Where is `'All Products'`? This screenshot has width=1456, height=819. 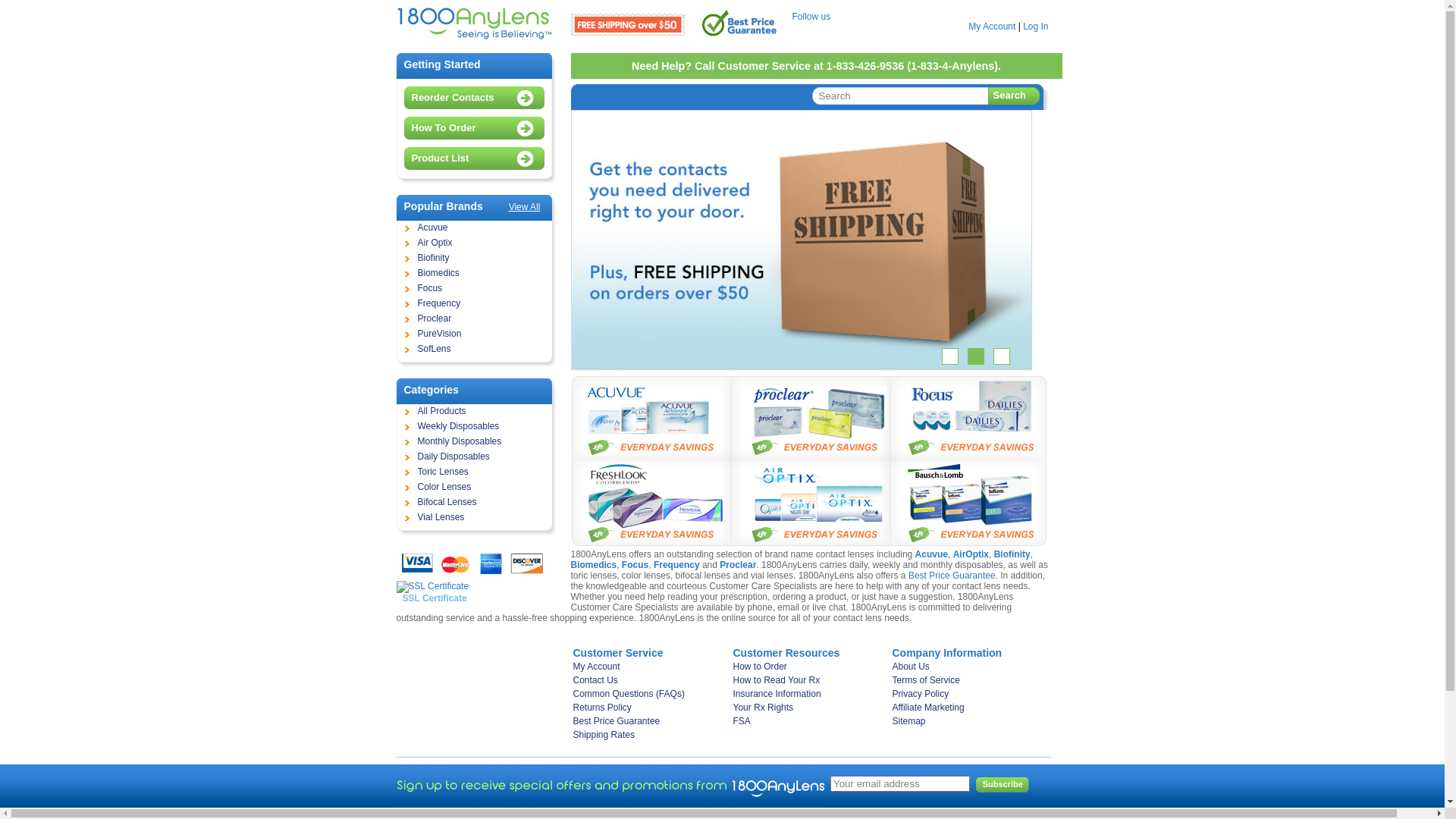 'All Products' is located at coordinates (473, 412).